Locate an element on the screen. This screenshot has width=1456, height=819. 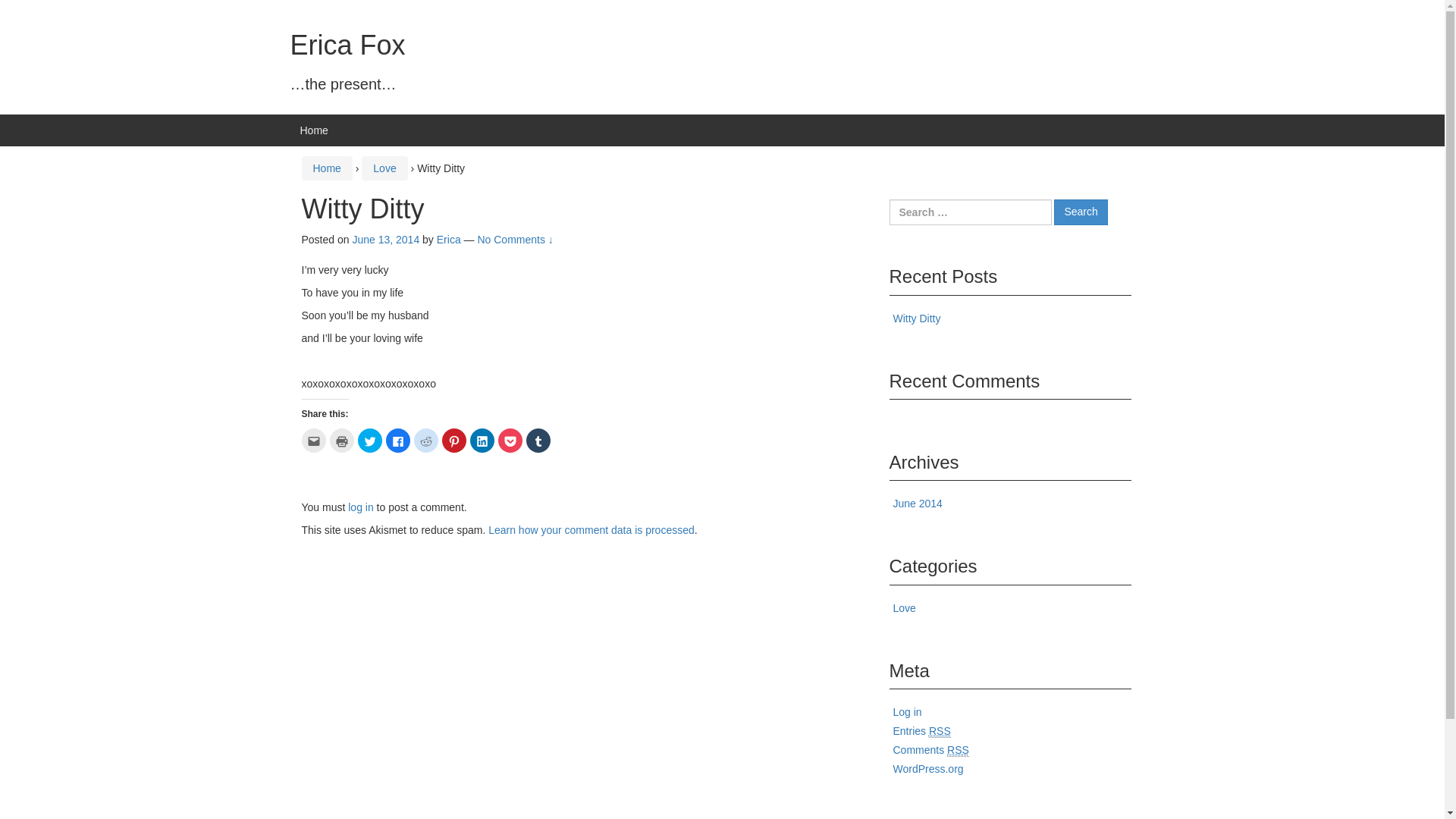
'Click to share on LinkedIn (Opens in new window)' is located at coordinates (469, 441).